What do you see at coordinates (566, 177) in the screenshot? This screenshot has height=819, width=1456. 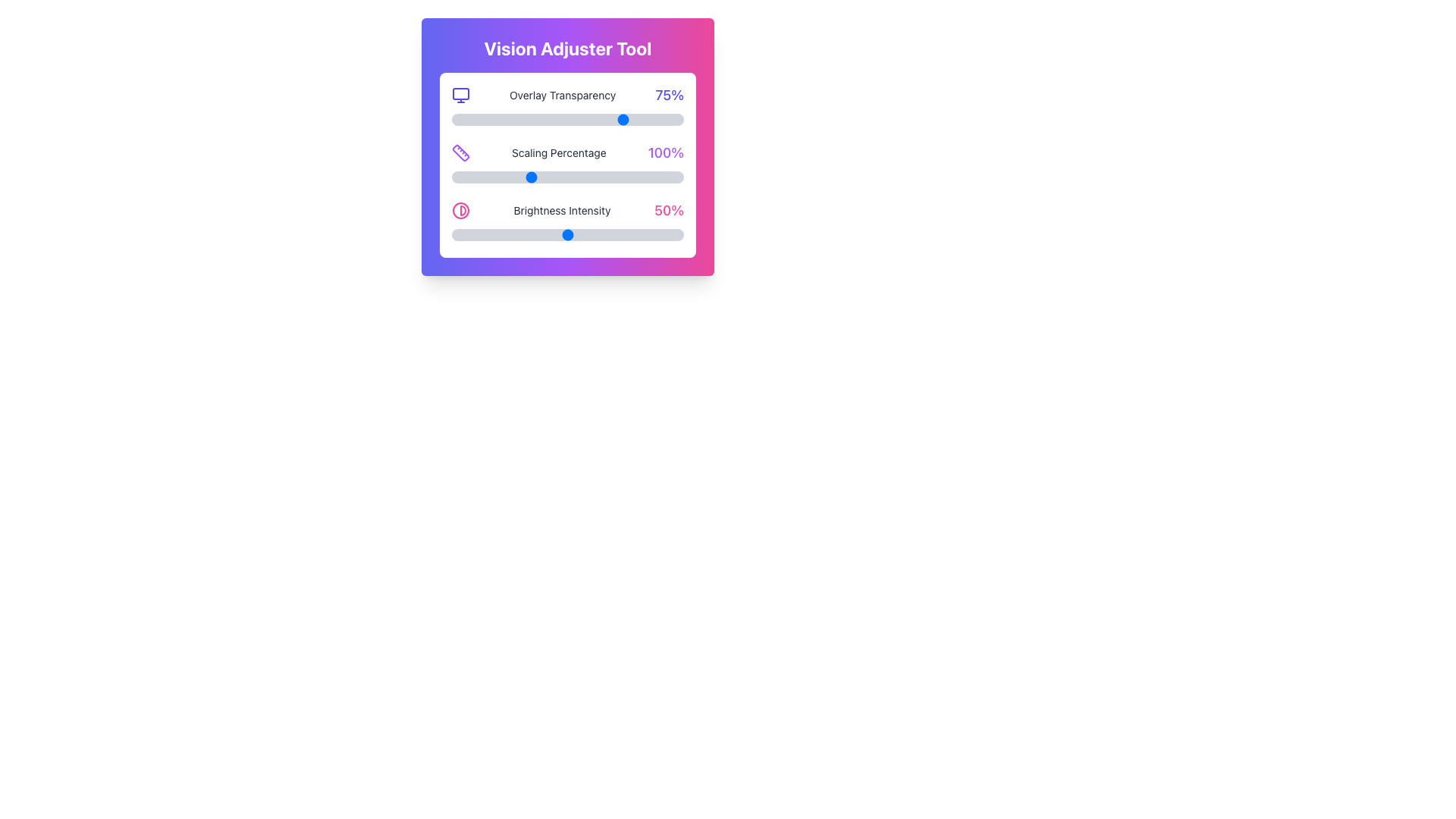 I see `the track of the Scaling Percentage slider to set a value between 50 and 200` at bounding box center [566, 177].